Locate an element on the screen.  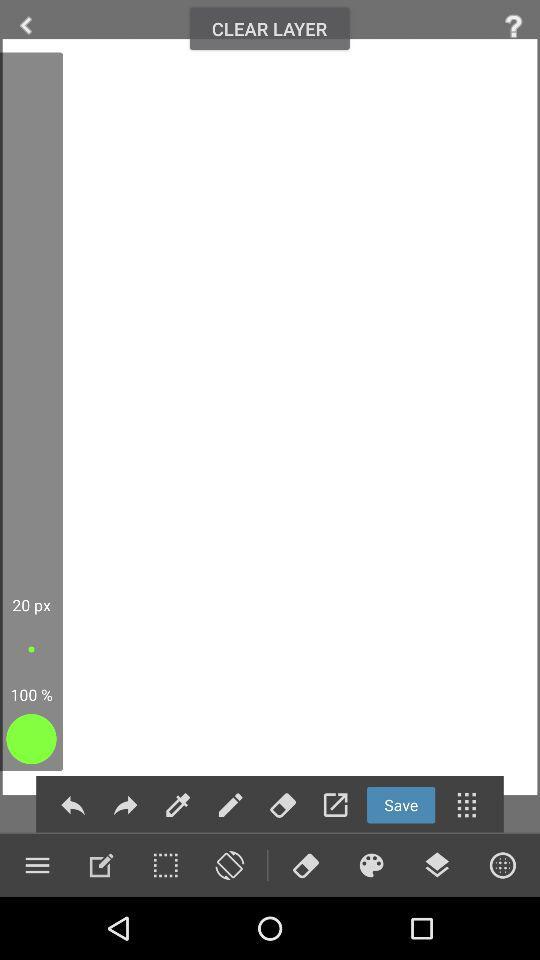
the edit icon is located at coordinates (100, 864).